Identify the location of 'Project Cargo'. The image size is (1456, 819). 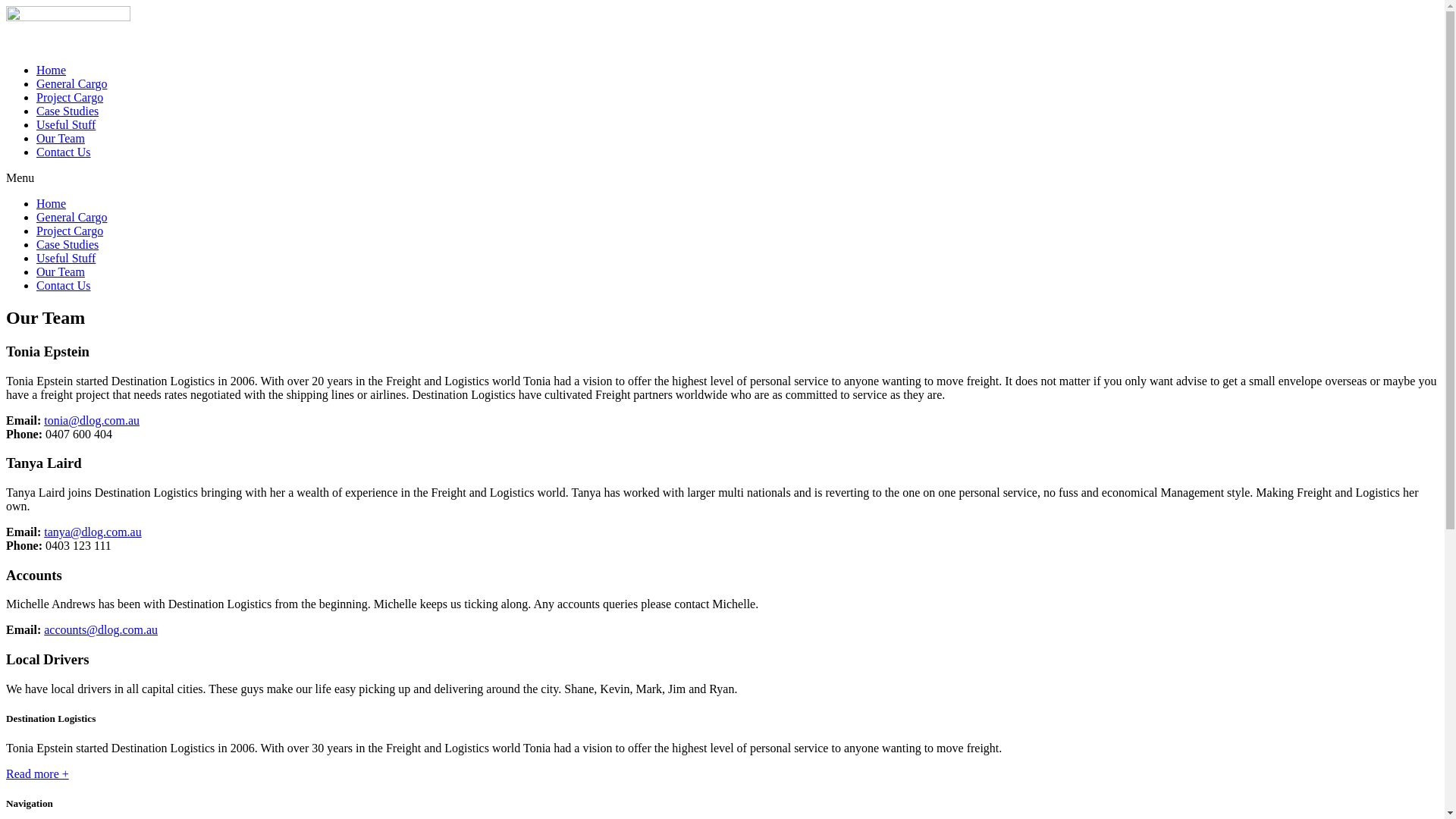
(68, 97).